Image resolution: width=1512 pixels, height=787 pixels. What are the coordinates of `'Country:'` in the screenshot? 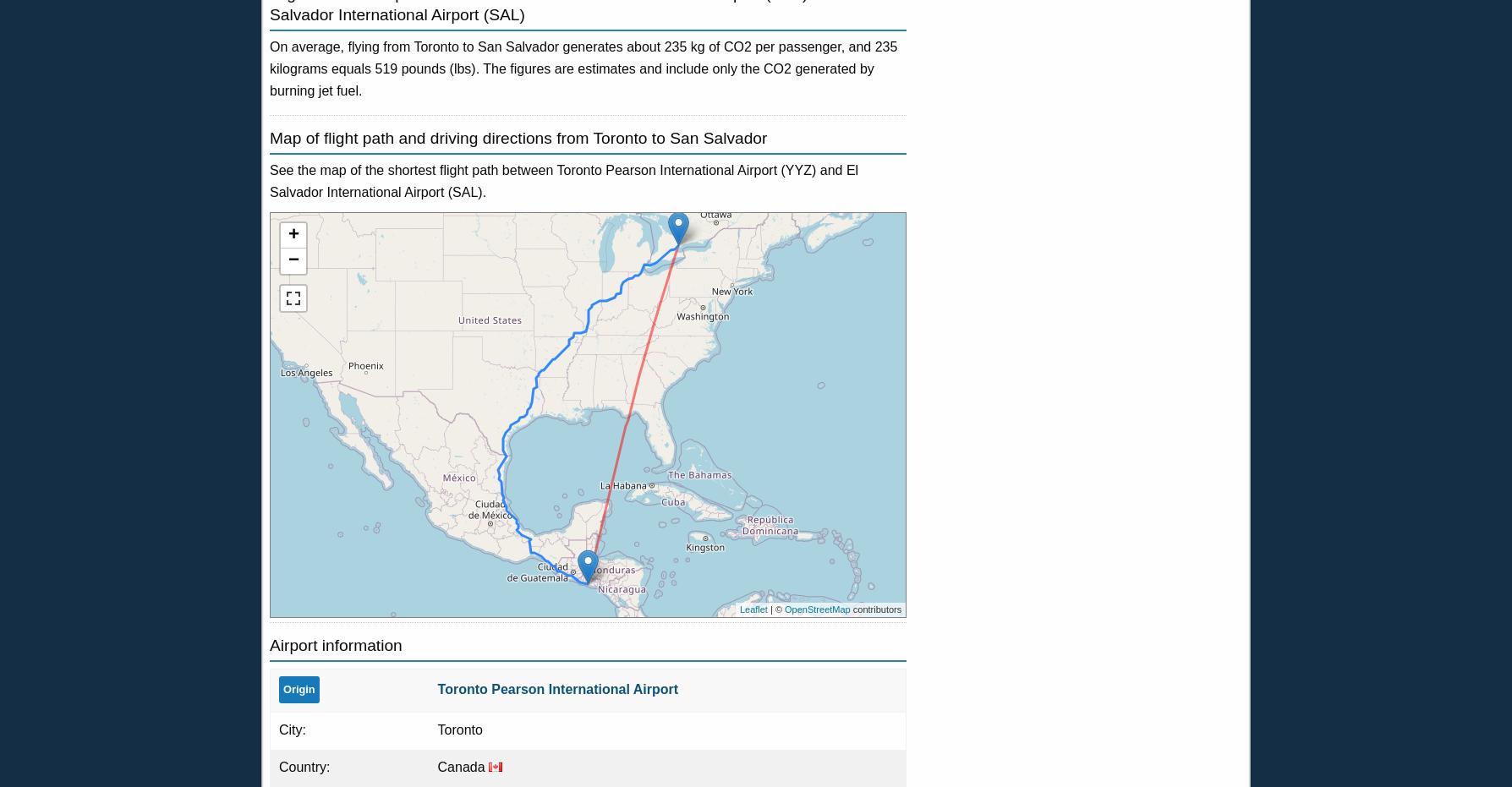 It's located at (303, 766).